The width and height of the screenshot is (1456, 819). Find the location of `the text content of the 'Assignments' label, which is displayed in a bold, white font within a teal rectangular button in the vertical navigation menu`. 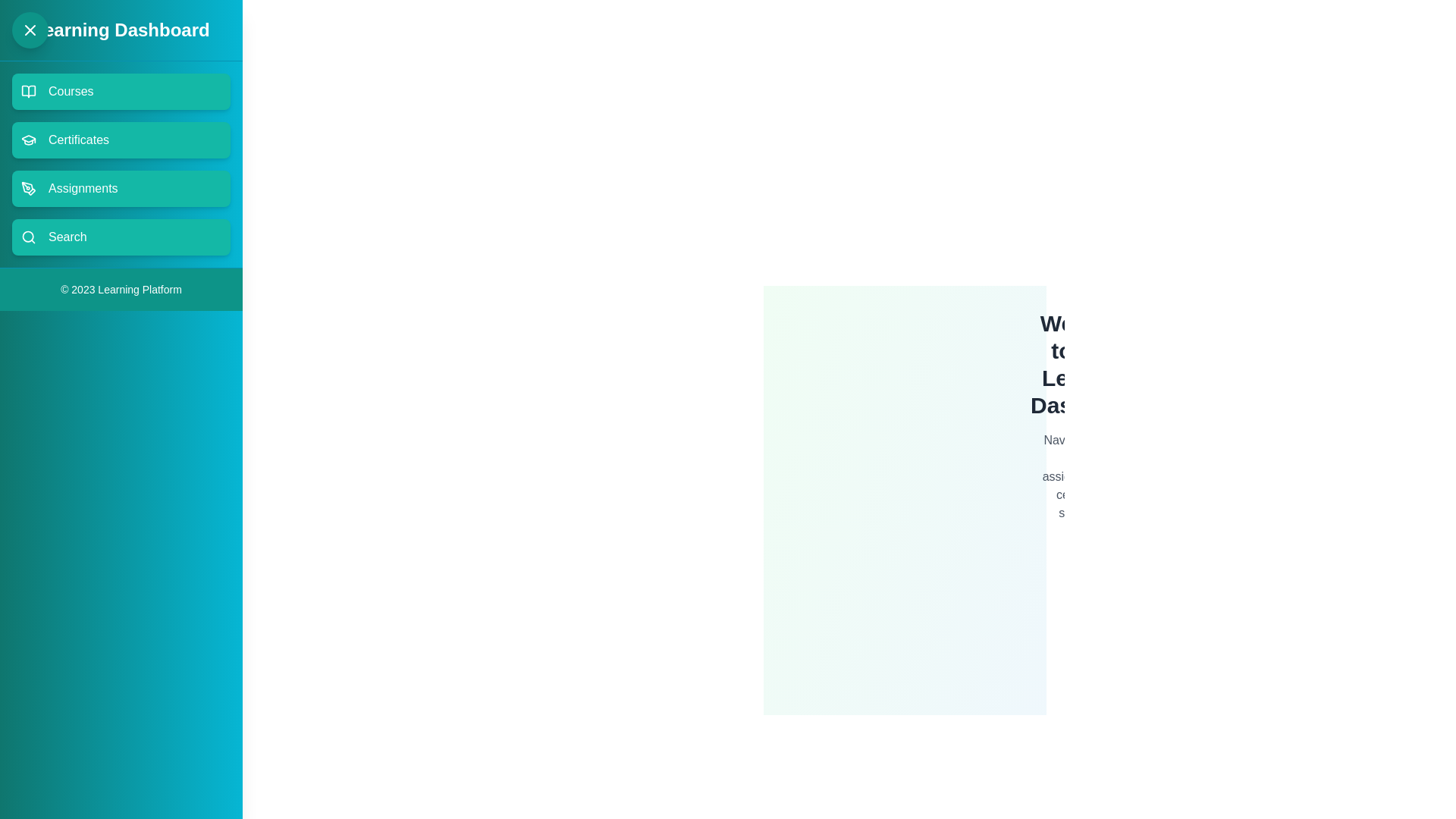

the text content of the 'Assignments' label, which is displayed in a bold, white font within a teal rectangular button in the vertical navigation menu is located at coordinates (82, 188).